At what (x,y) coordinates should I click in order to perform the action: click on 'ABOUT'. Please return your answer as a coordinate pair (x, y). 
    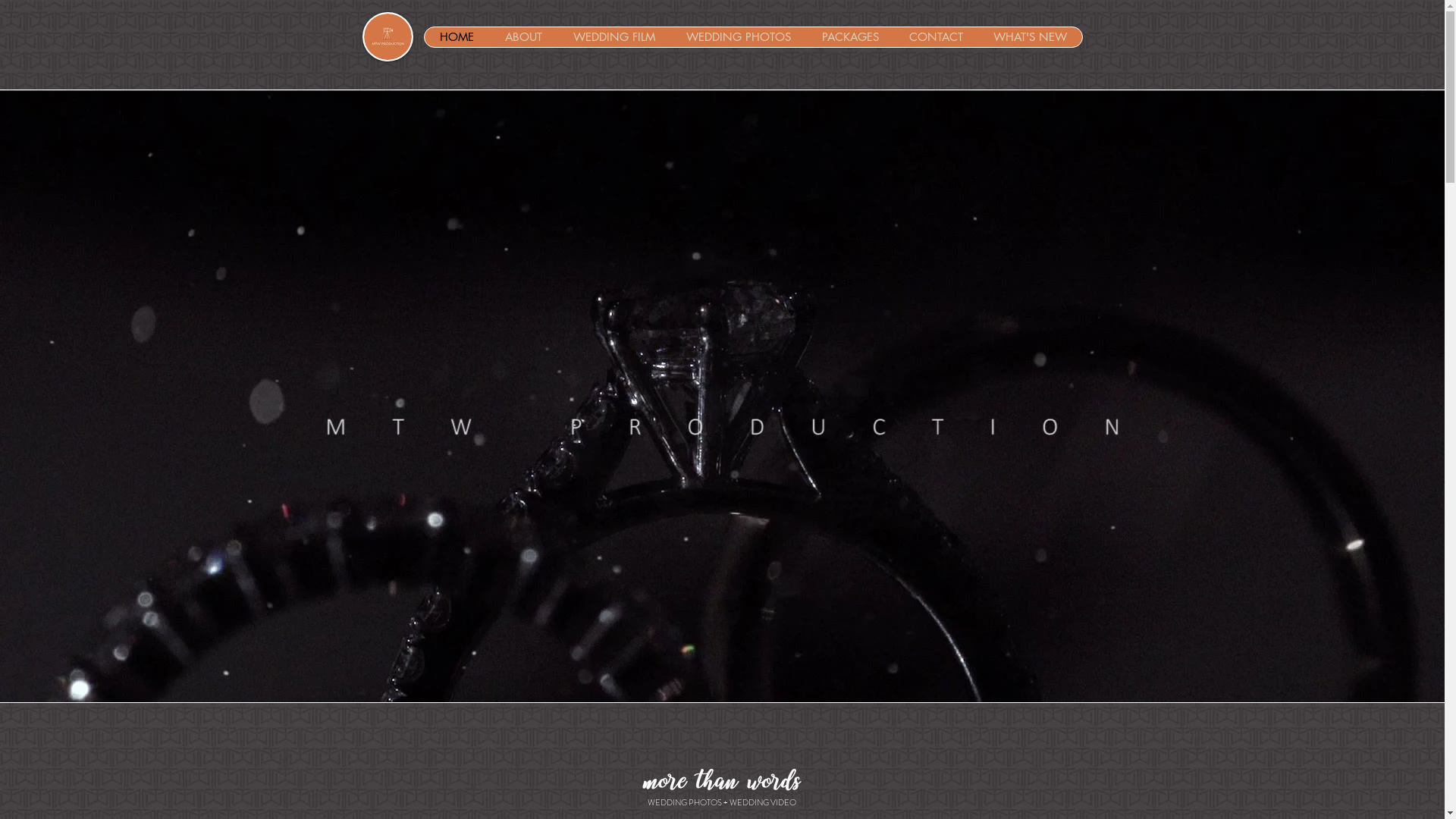
    Looking at the image, I should click on (522, 36).